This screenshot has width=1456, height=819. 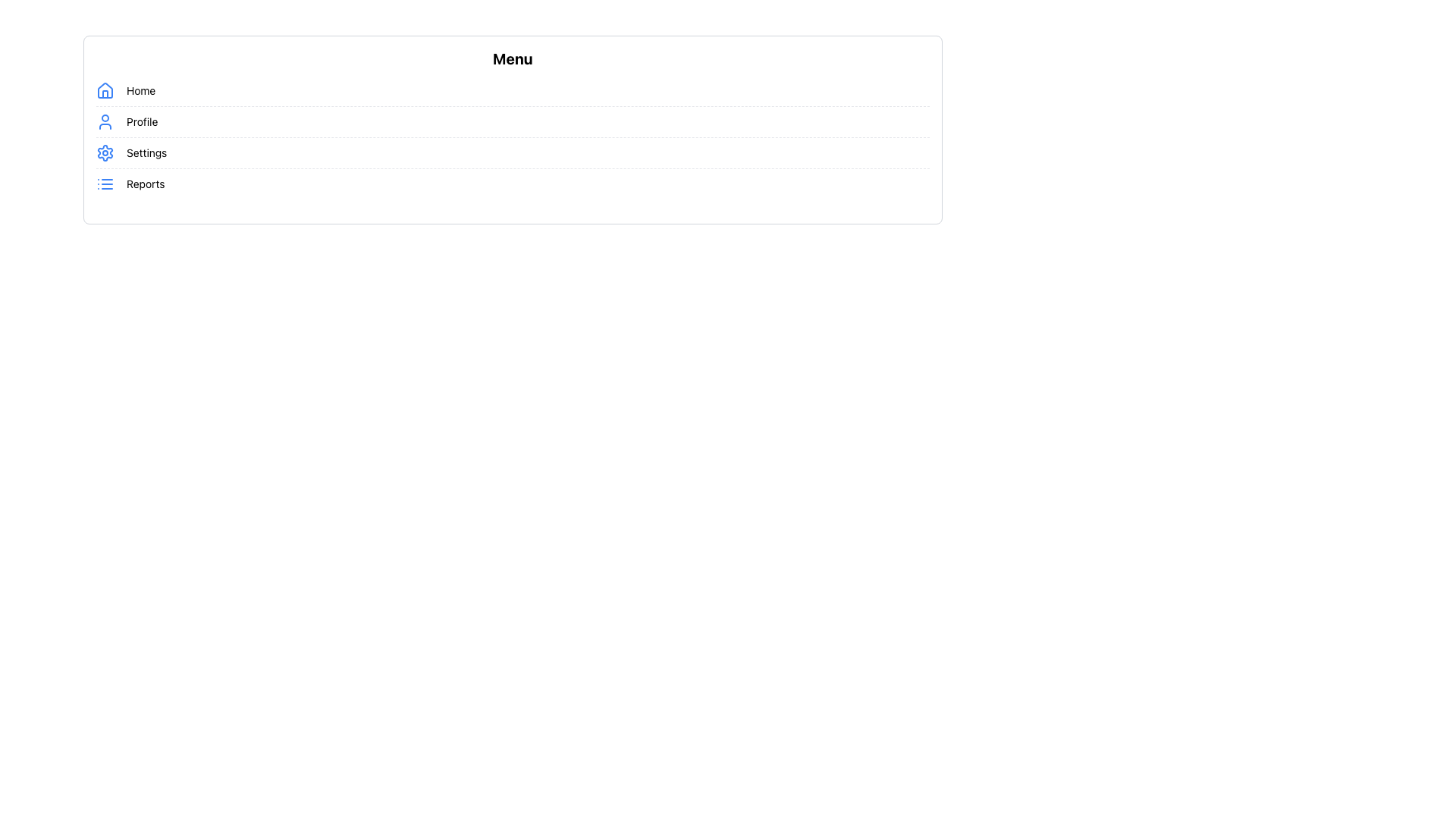 What do you see at coordinates (105, 90) in the screenshot?
I see `the 'Home' icon located on the leftmost side of the 'Home' navigation option in the vertical menu` at bounding box center [105, 90].